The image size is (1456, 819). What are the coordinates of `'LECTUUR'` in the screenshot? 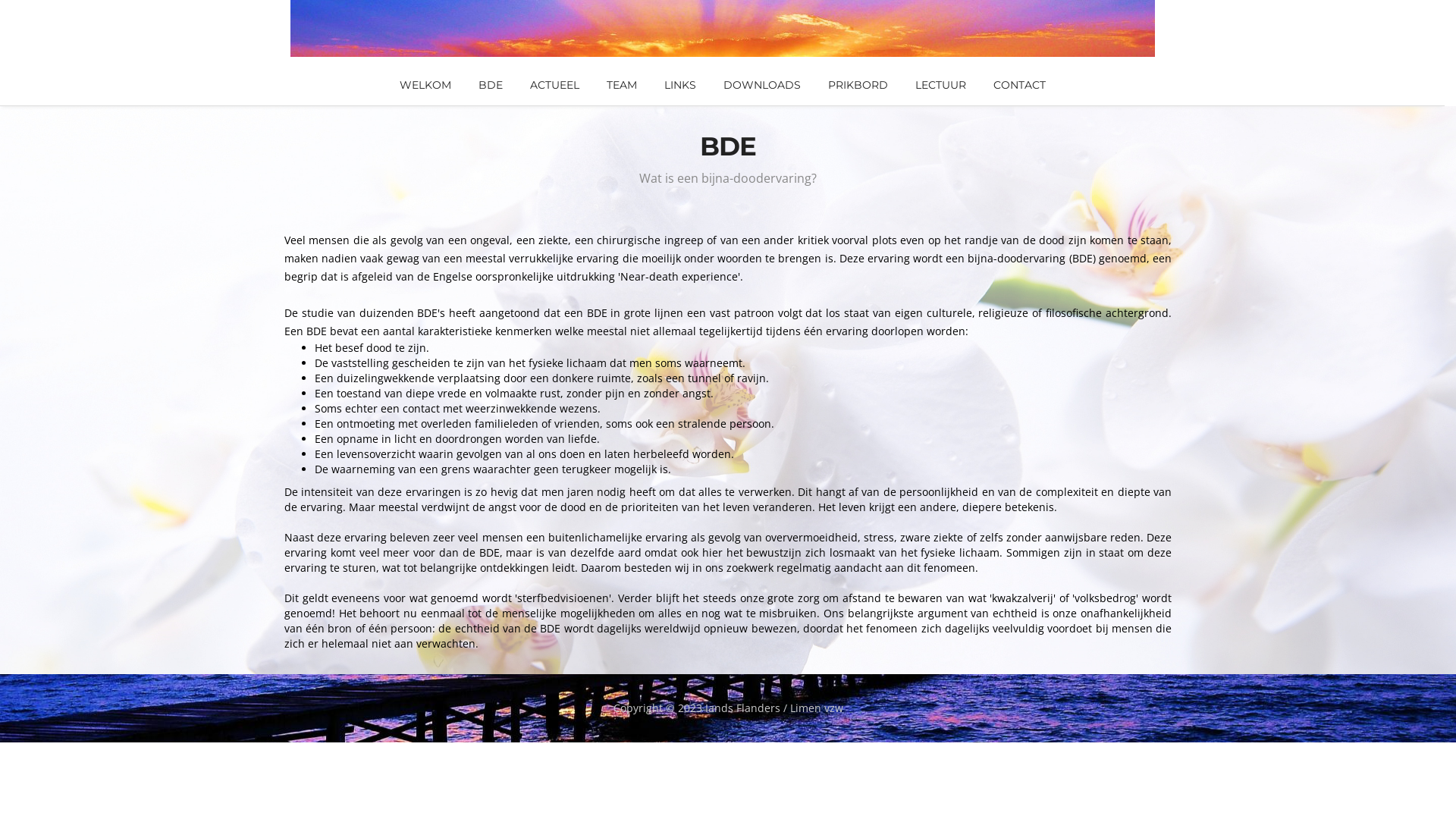 It's located at (939, 84).